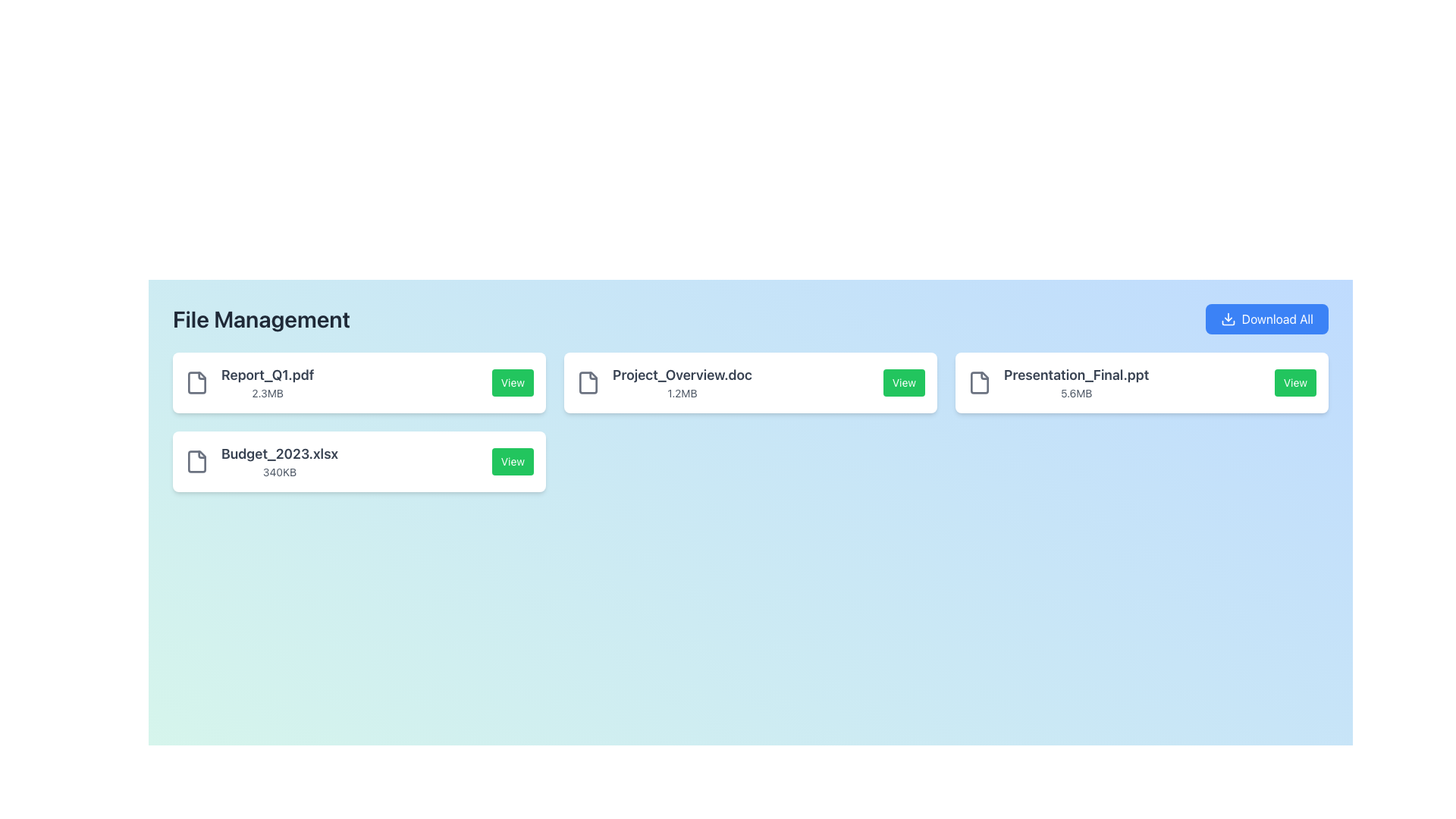 Image resolution: width=1456 pixels, height=819 pixels. What do you see at coordinates (1075, 393) in the screenshot?
I see `the Text label that displays the size of the file, located beneath 'Presentation_Final.ppt' in the File Management interface` at bounding box center [1075, 393].